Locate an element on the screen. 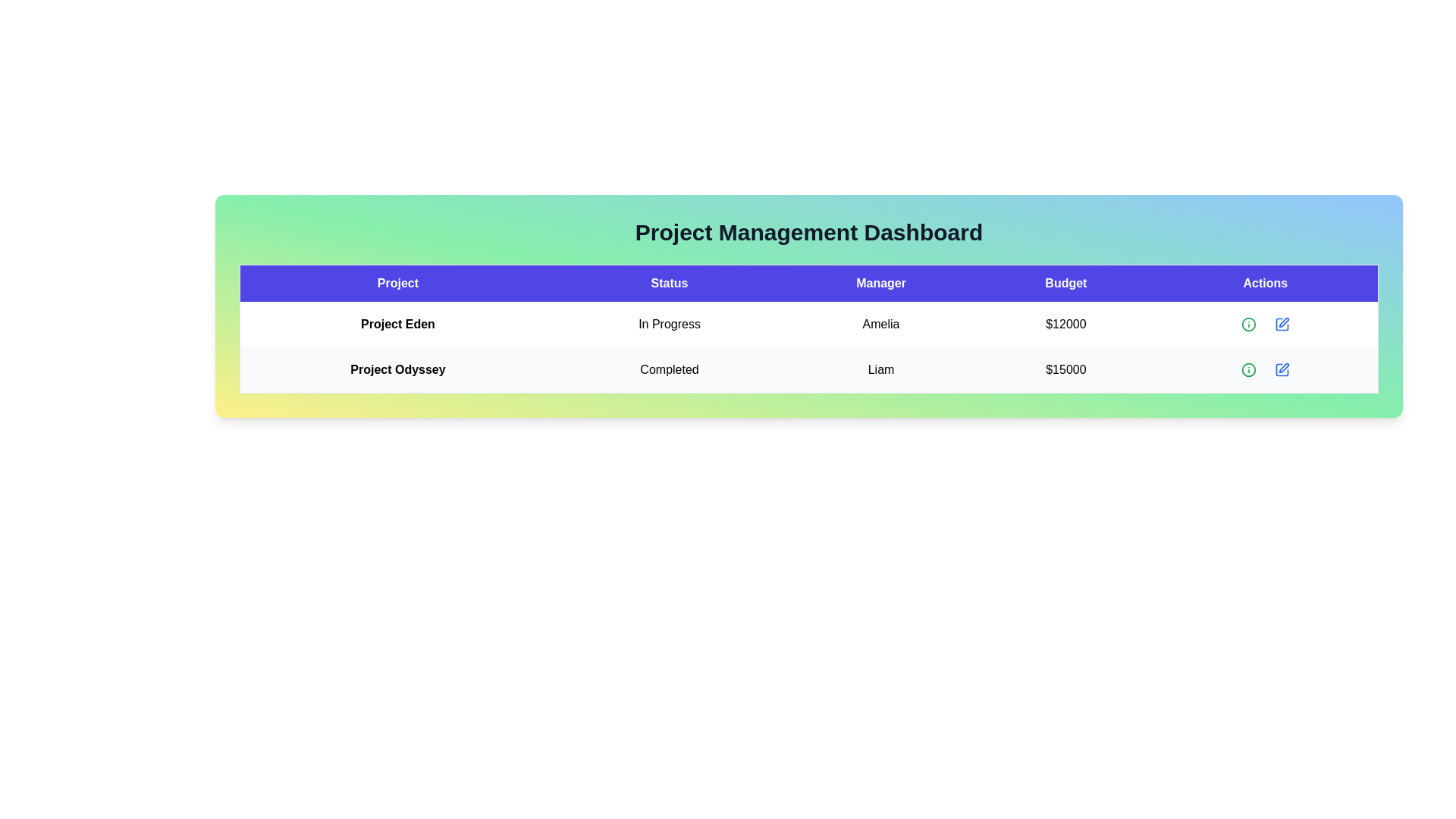 This screenshot has height=819, width=1456. the textual label displaying the status 'In Progress' in the 'Status' column of the table layout is located at coordinates (669, 324).